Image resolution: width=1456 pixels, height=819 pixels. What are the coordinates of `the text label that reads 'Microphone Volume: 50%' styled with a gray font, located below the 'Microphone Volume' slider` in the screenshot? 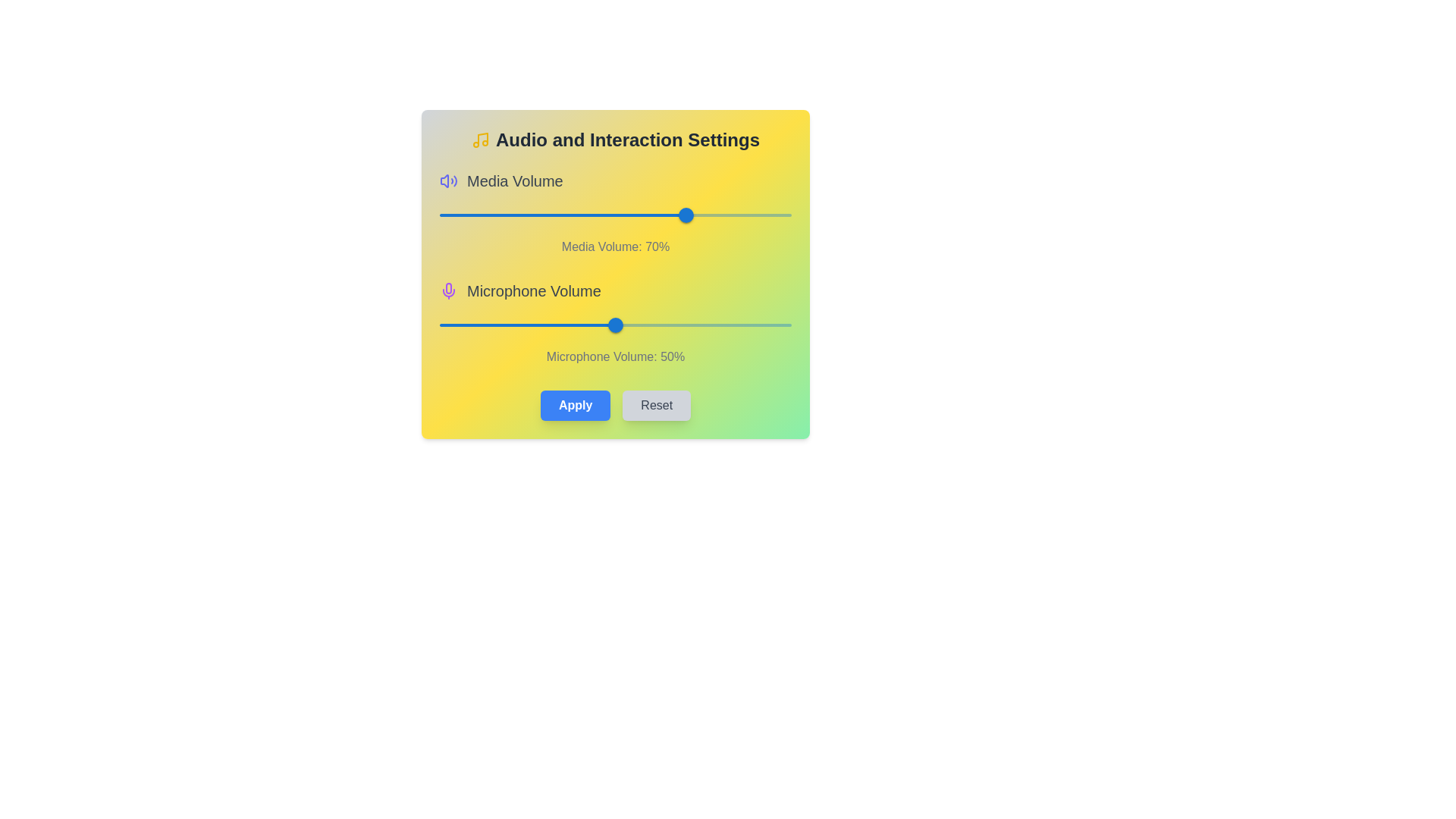 It's located at (615, 356).